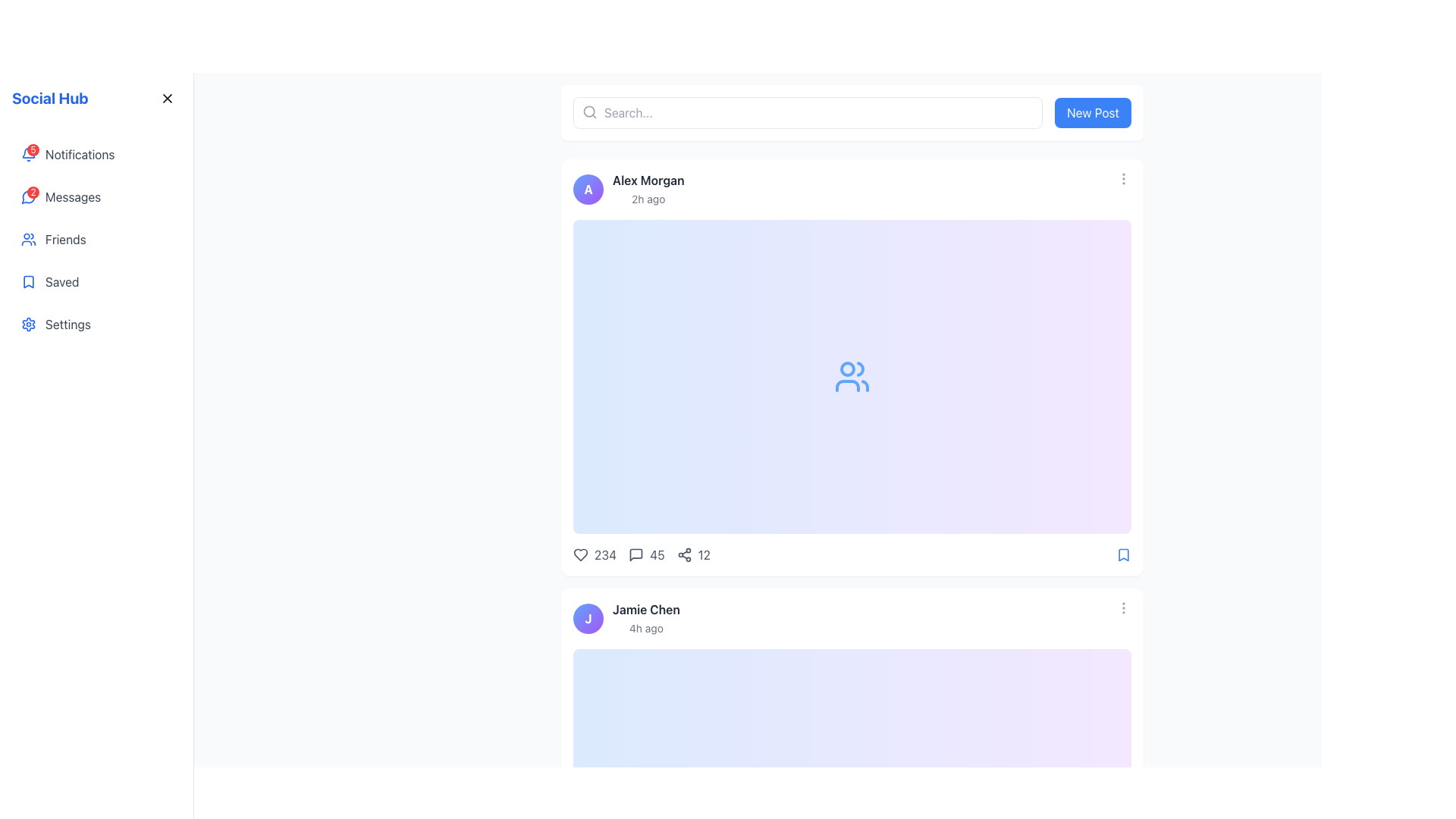 Image resolution: width=1456 pixels, height=819 pixels. I want to click on the 'Messages' text label in the vertical navigation menu, which is the second item in the list and is located to the right of a chat bubble icon, so click(72, 196).